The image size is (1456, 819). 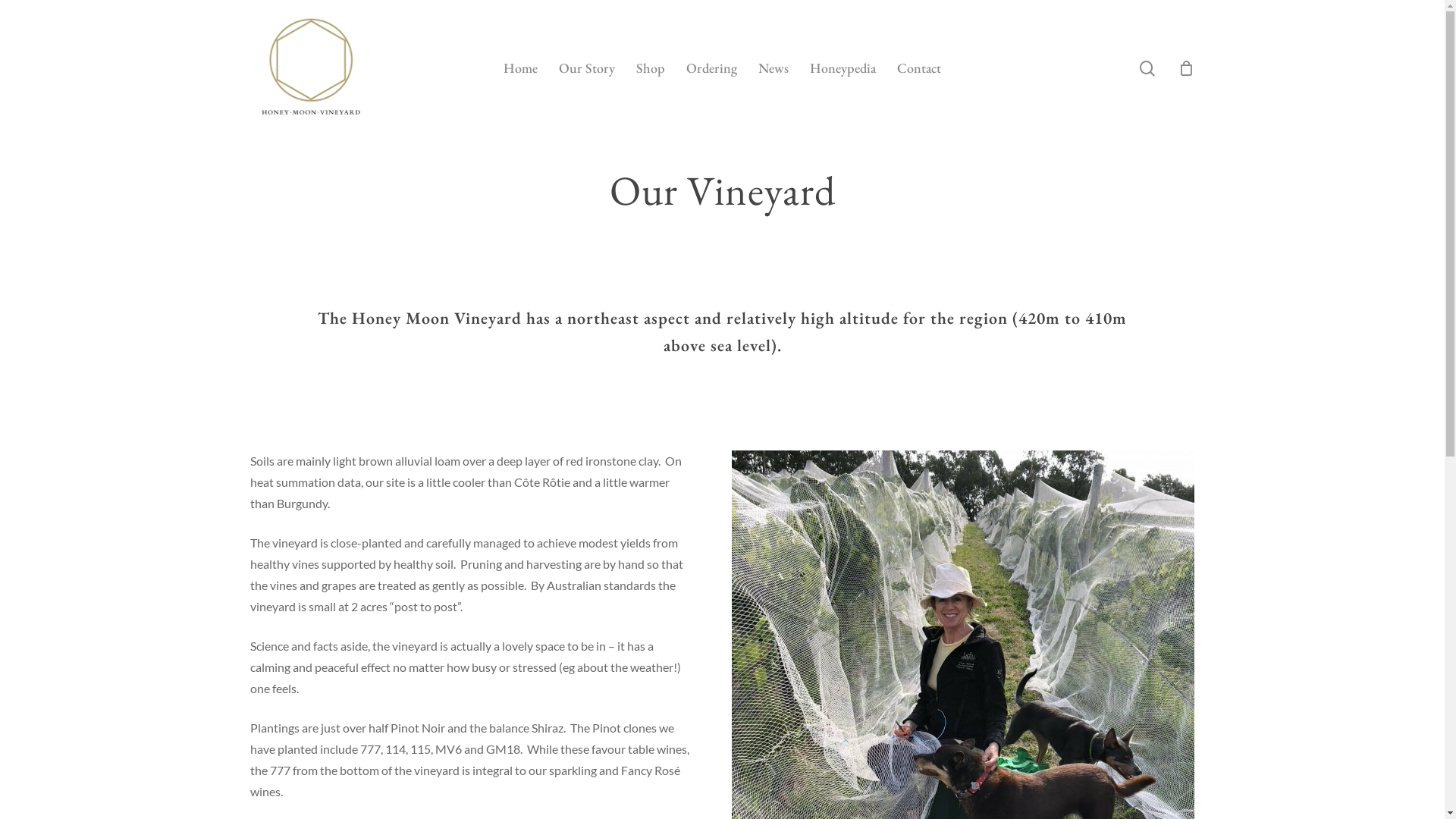 What do you see at coordinates (503, 67) in the screenshot?
I see `'Home'` at bounding box center [503, 67].